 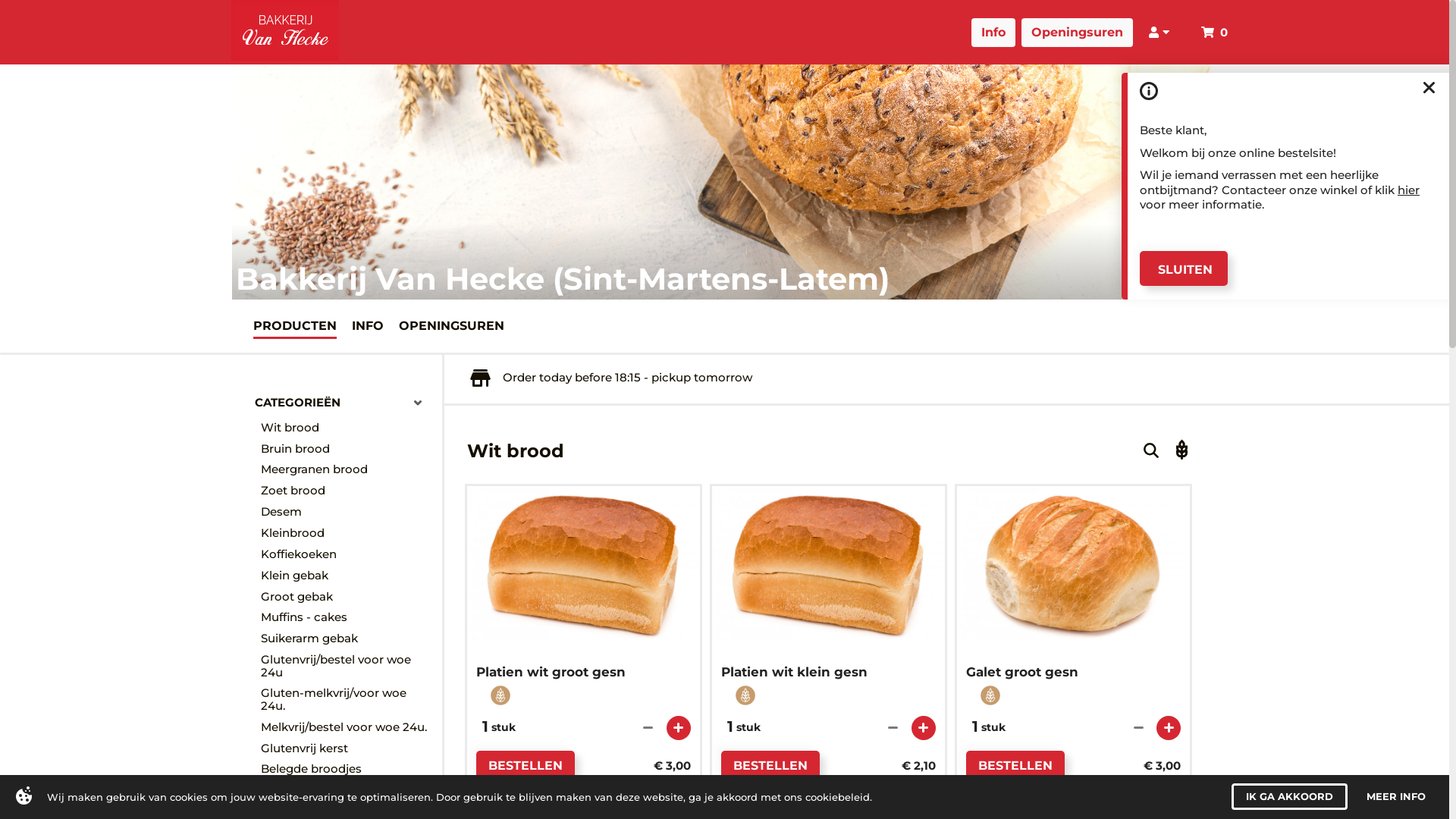 I want to click on 'Desem', so click(x=261, y=512).